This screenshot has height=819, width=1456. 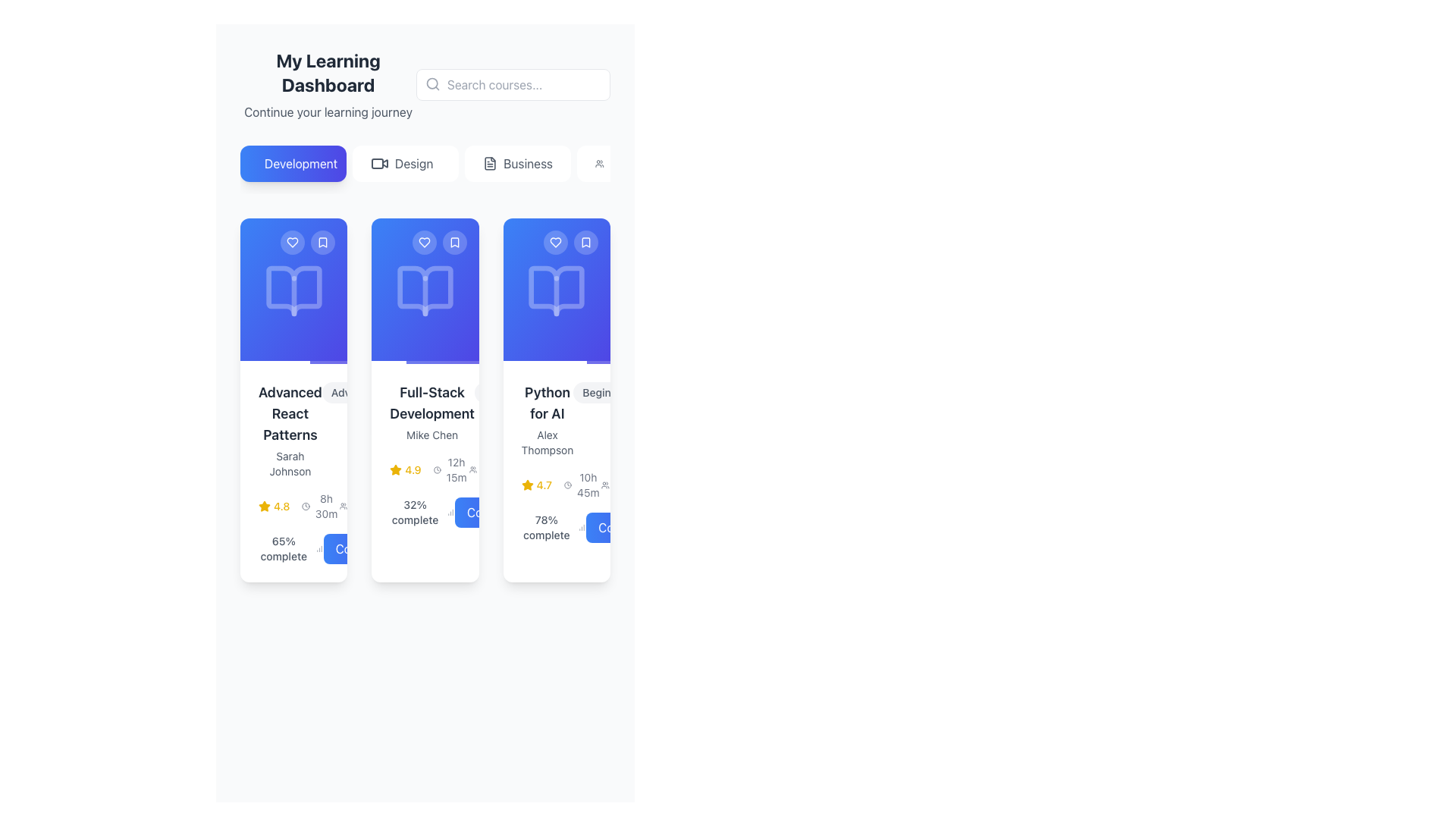 I want to click on the informational text and icon indicating the completion percentage of the course within the 'Full-Stack Development' card, located above the 'Continue' button, so click(x=425, y=512).